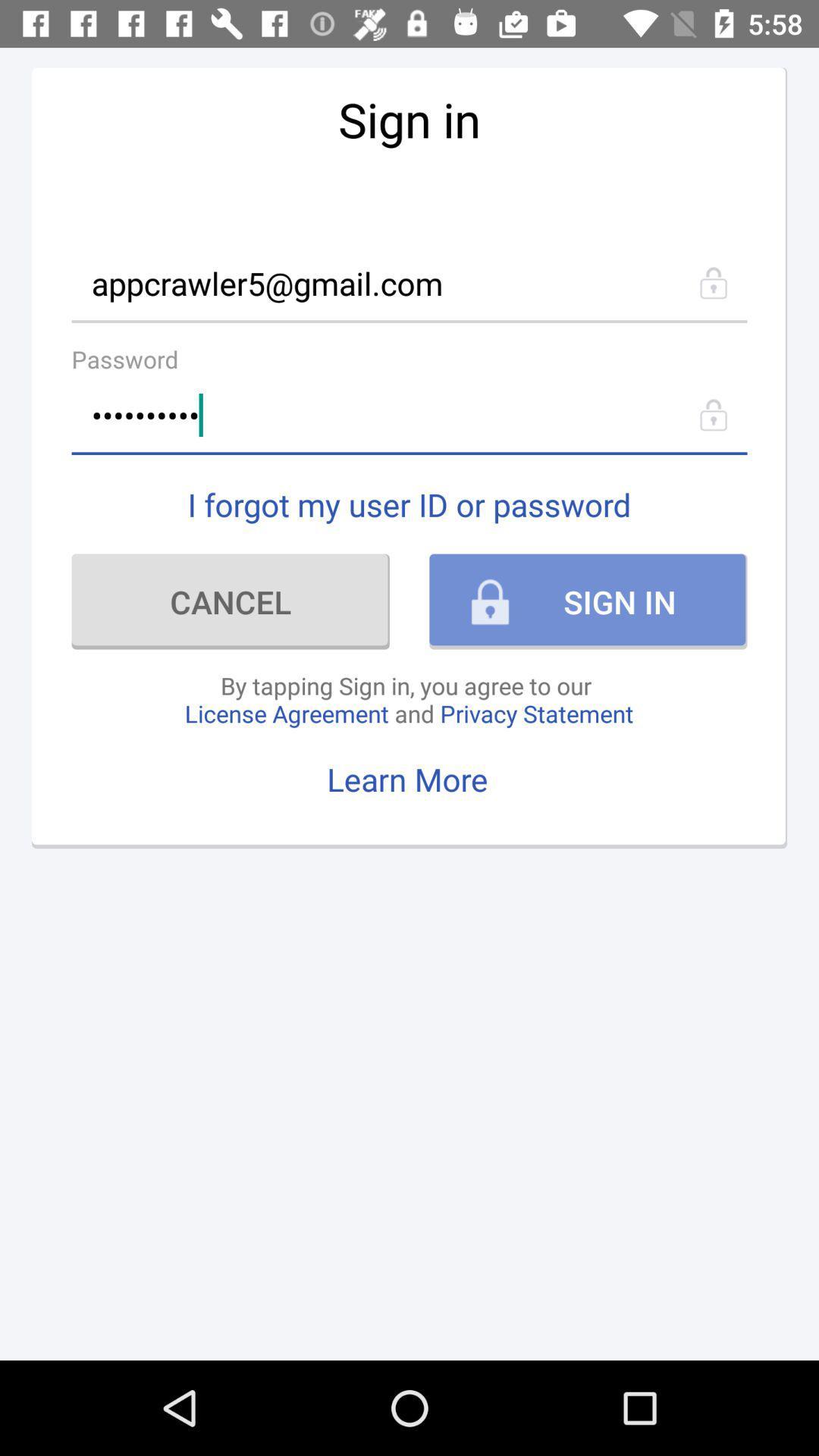  Describe the element at coordinates (408, 698) in the screenshot. I see `the by tapping sign icon` at that location.